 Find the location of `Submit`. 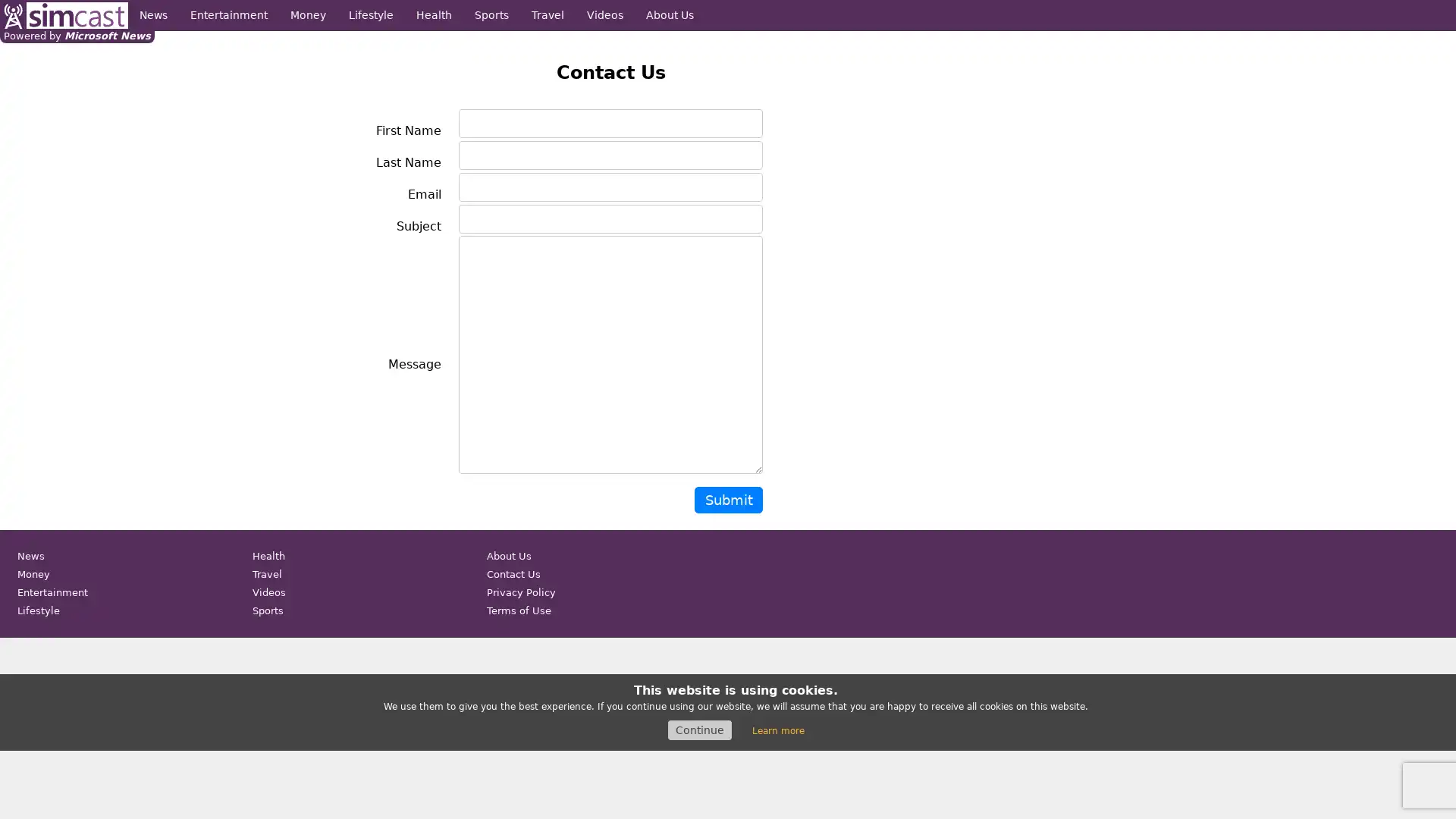

Submit is located at coordinates (728, 500).